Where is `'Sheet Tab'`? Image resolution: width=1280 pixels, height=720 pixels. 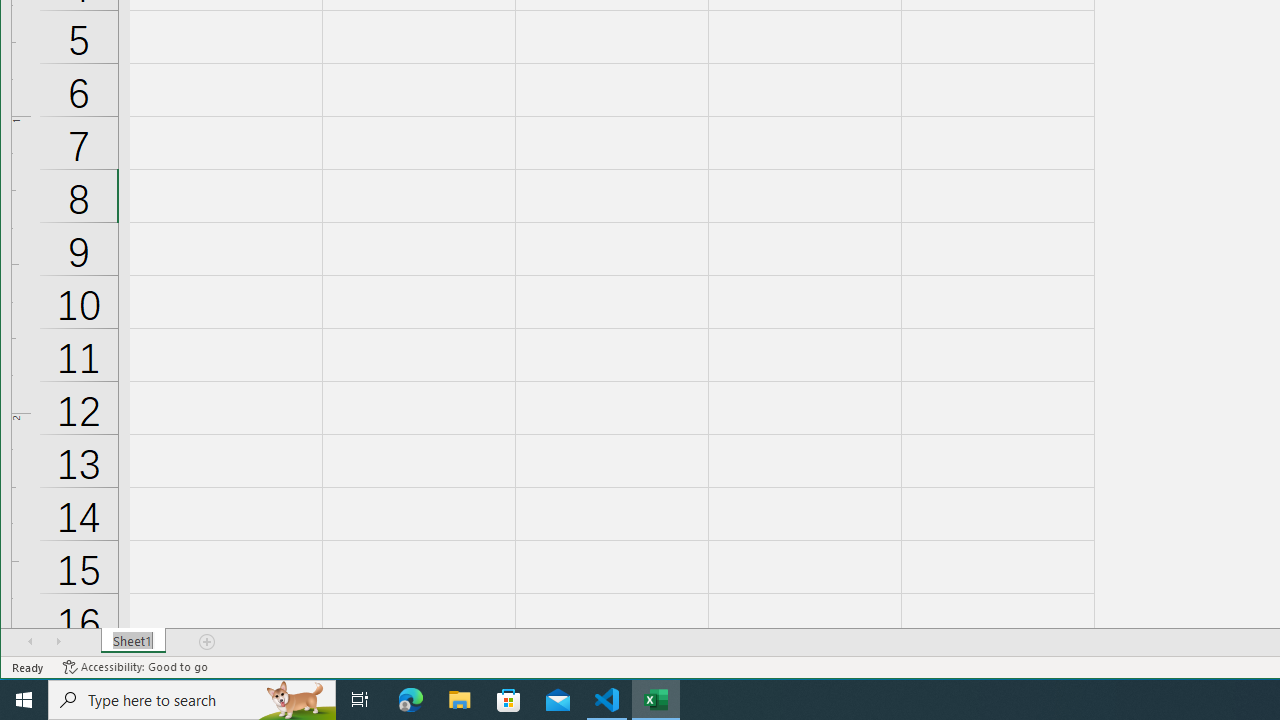 'Sheet Tab' is located at coordinates (132, 641).